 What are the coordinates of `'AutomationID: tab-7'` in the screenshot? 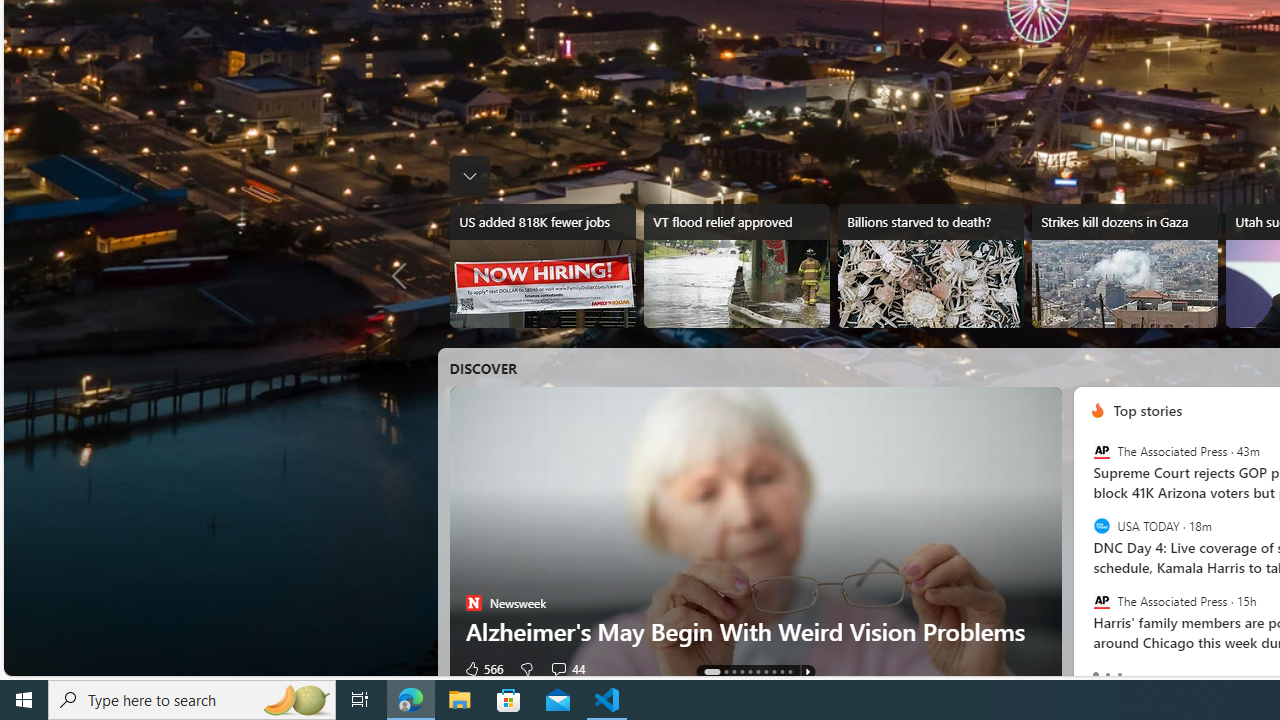 It's located at (773, 672).